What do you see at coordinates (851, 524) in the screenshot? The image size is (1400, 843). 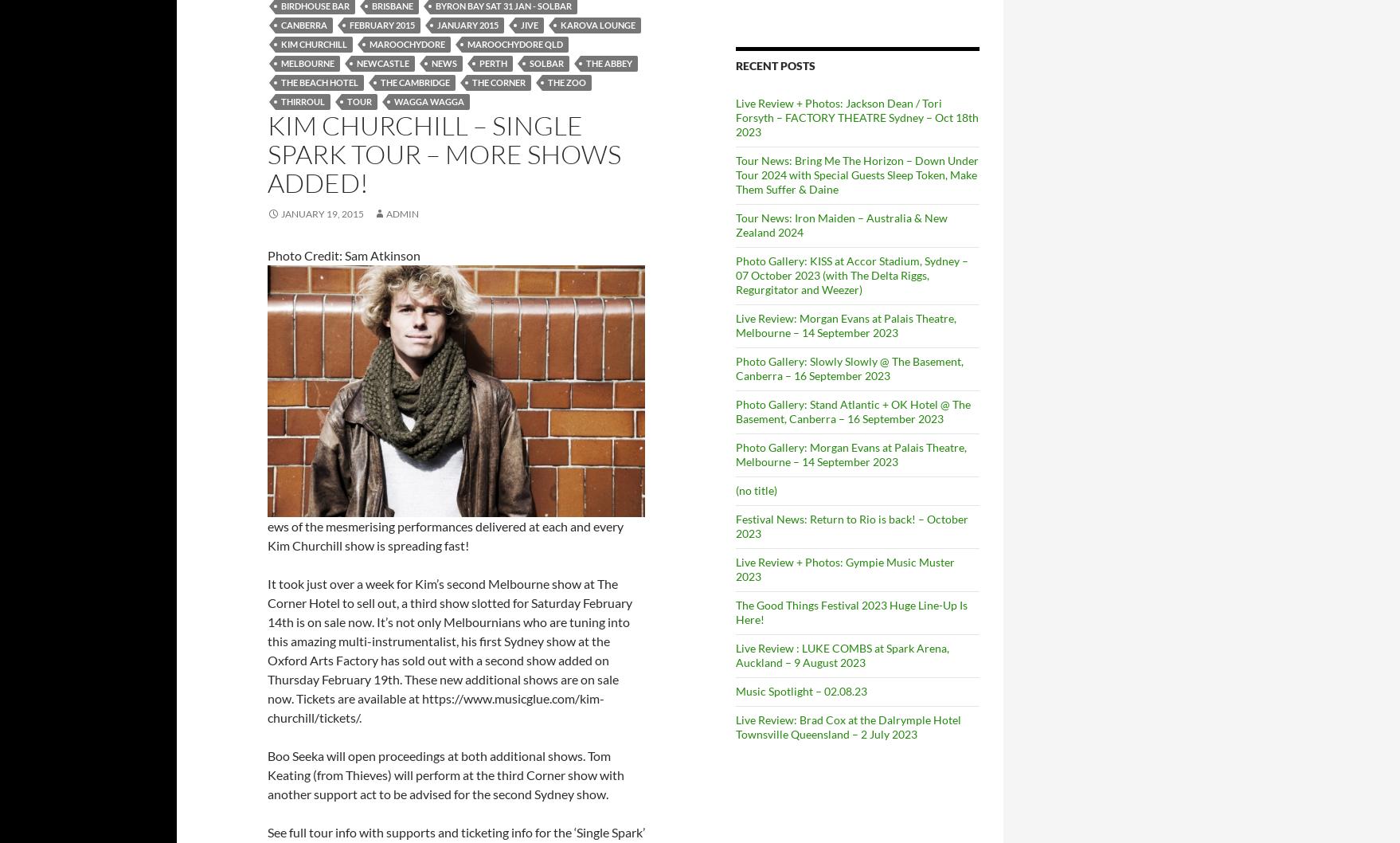 I see `'Festival News: Return to Rio is back! – October 2023'` at bounding box center [851, 524].